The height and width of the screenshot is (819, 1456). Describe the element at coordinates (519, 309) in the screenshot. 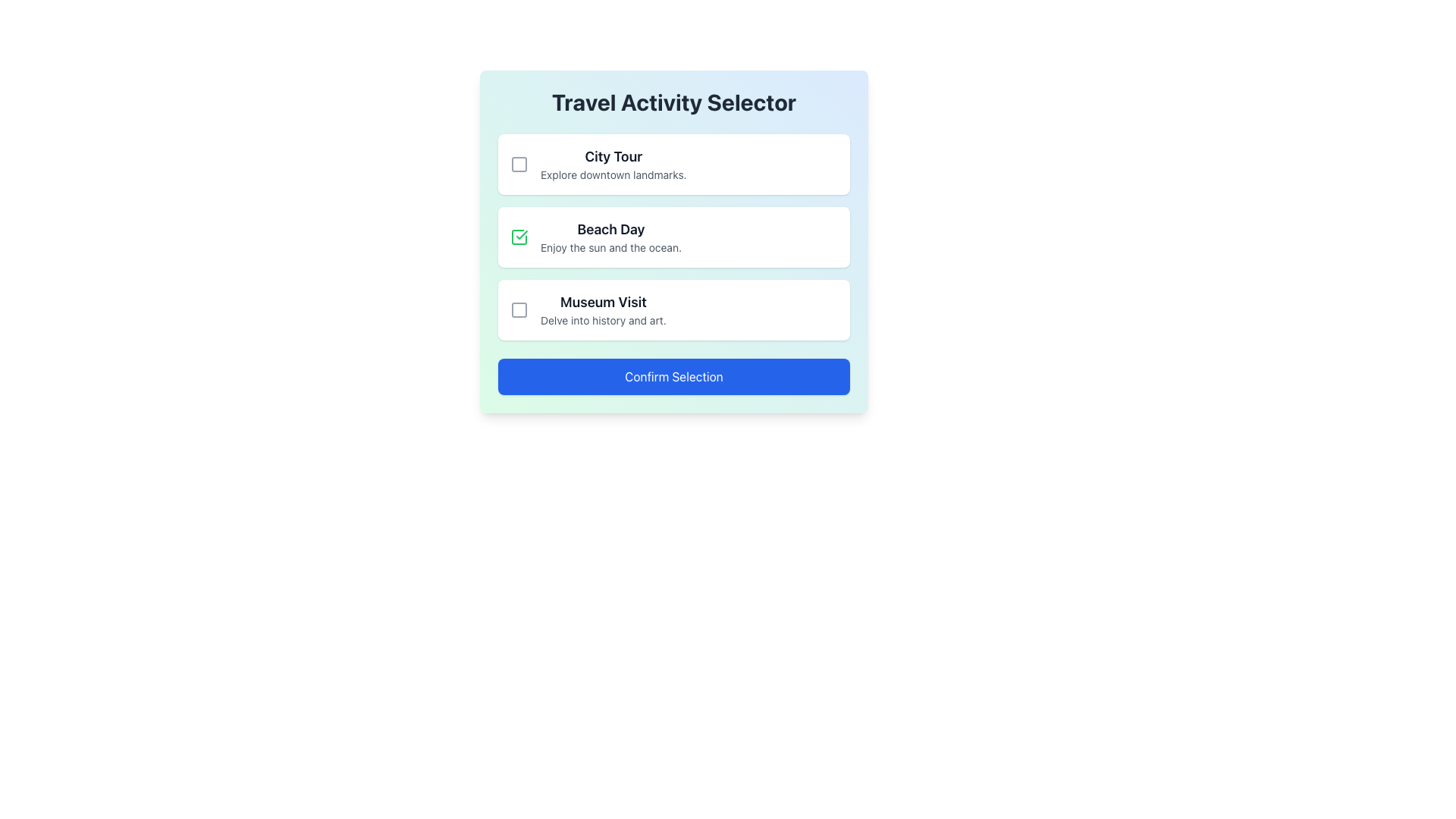

I see `the decorative icon located to the left of the 'Museum Visit' option in the Travel Activity Selector interface` at that location.